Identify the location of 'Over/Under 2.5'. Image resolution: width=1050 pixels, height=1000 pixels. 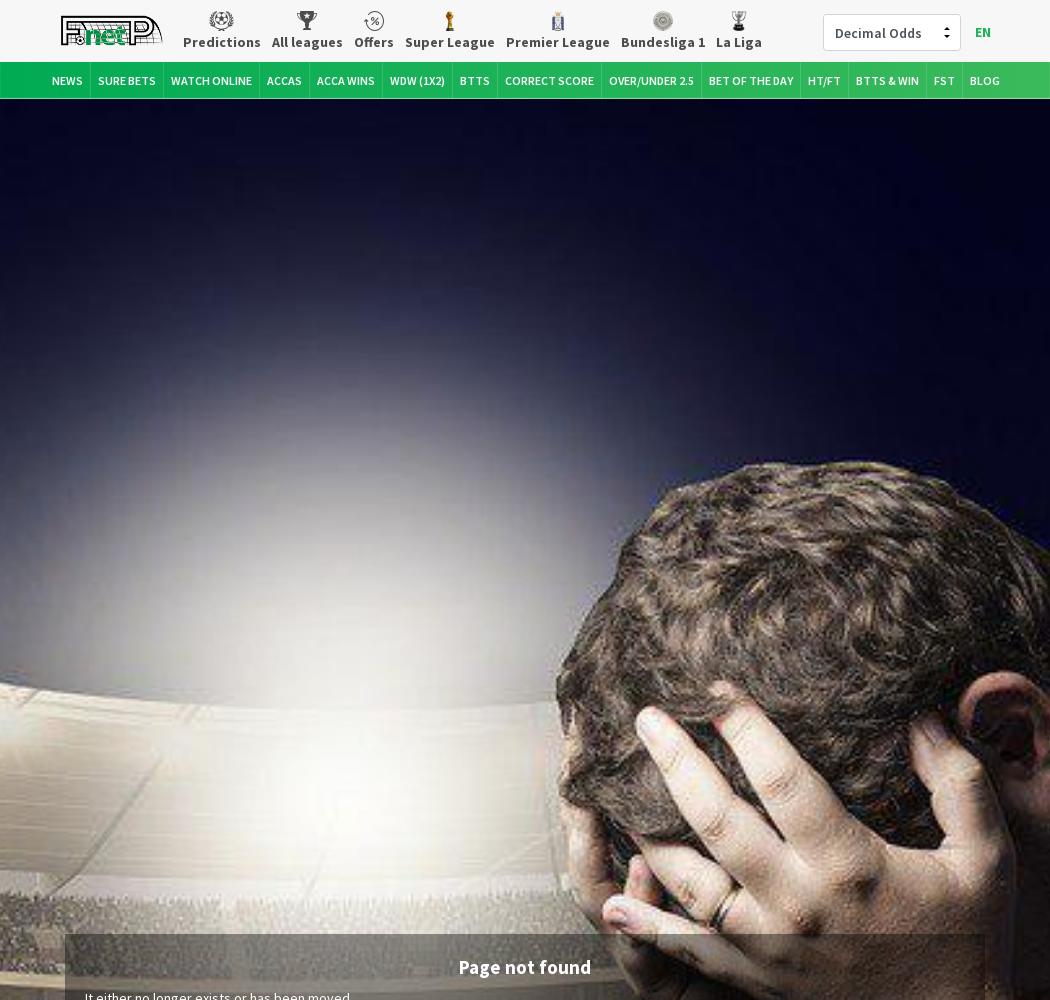
(650, 78).